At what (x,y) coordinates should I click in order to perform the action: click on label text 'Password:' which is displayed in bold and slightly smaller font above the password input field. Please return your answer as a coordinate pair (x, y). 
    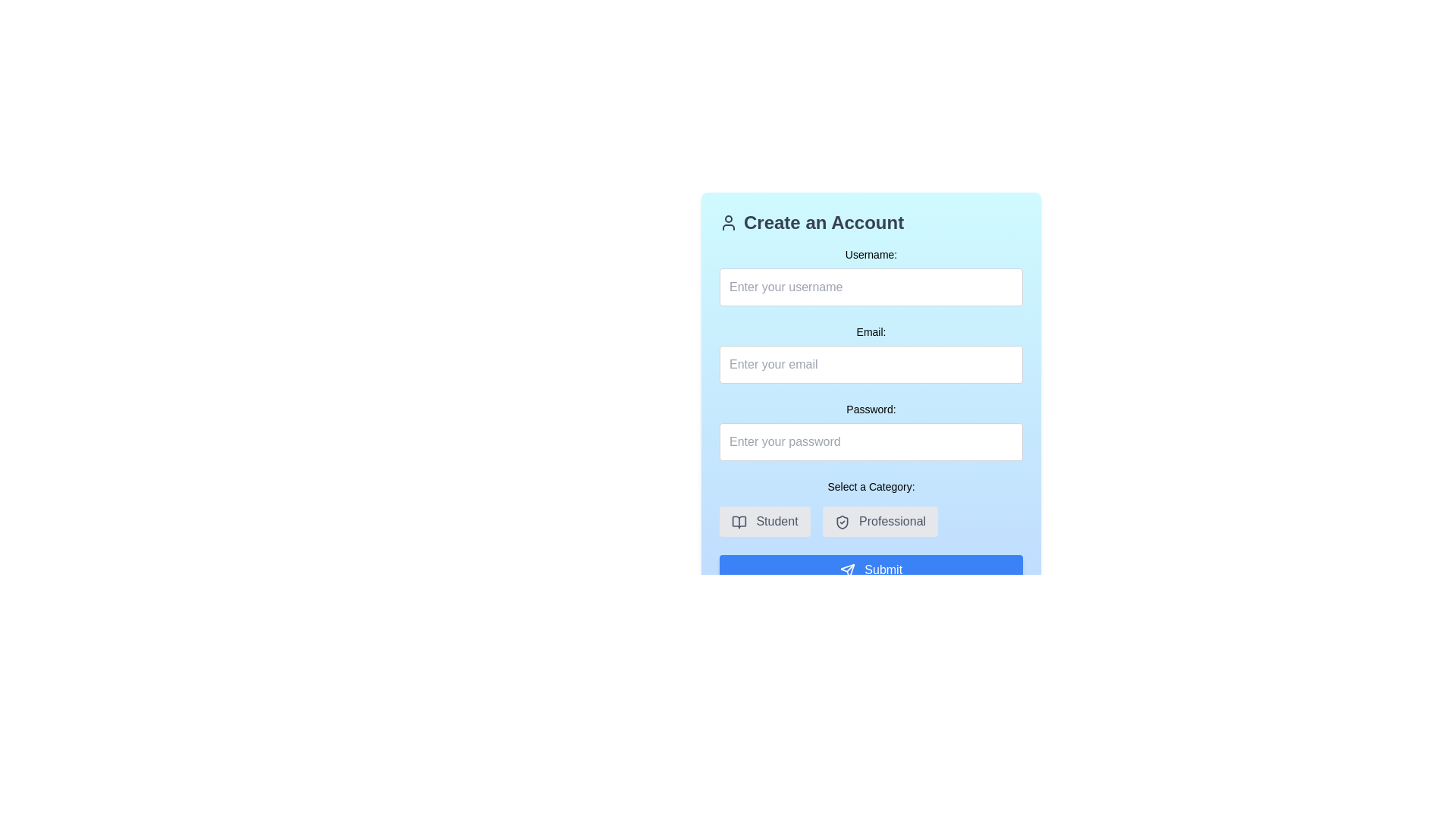
    Looking at the image, I should click on (871, 409).